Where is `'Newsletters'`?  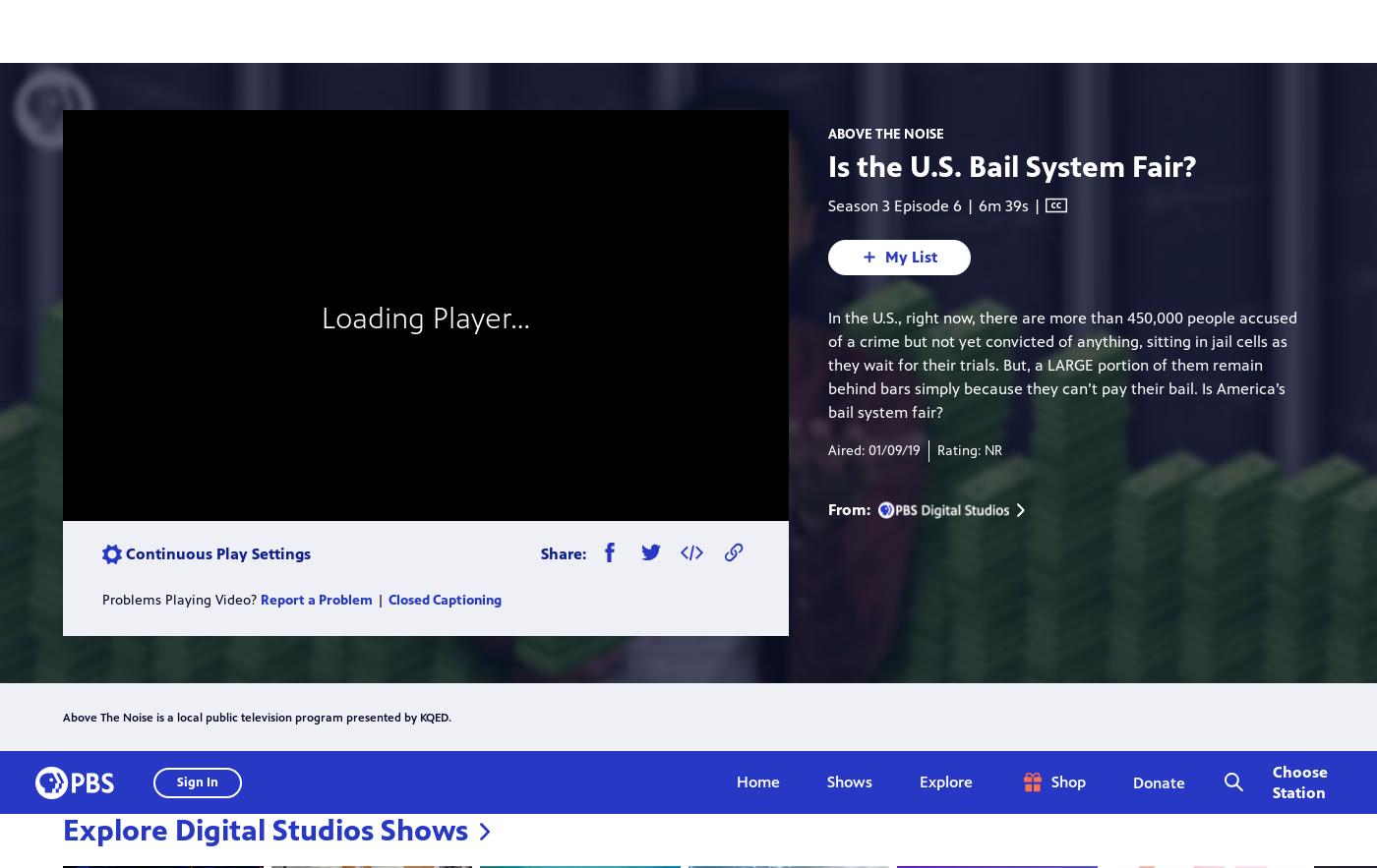 'Newsletters' is located at coordinates (1157, 632).